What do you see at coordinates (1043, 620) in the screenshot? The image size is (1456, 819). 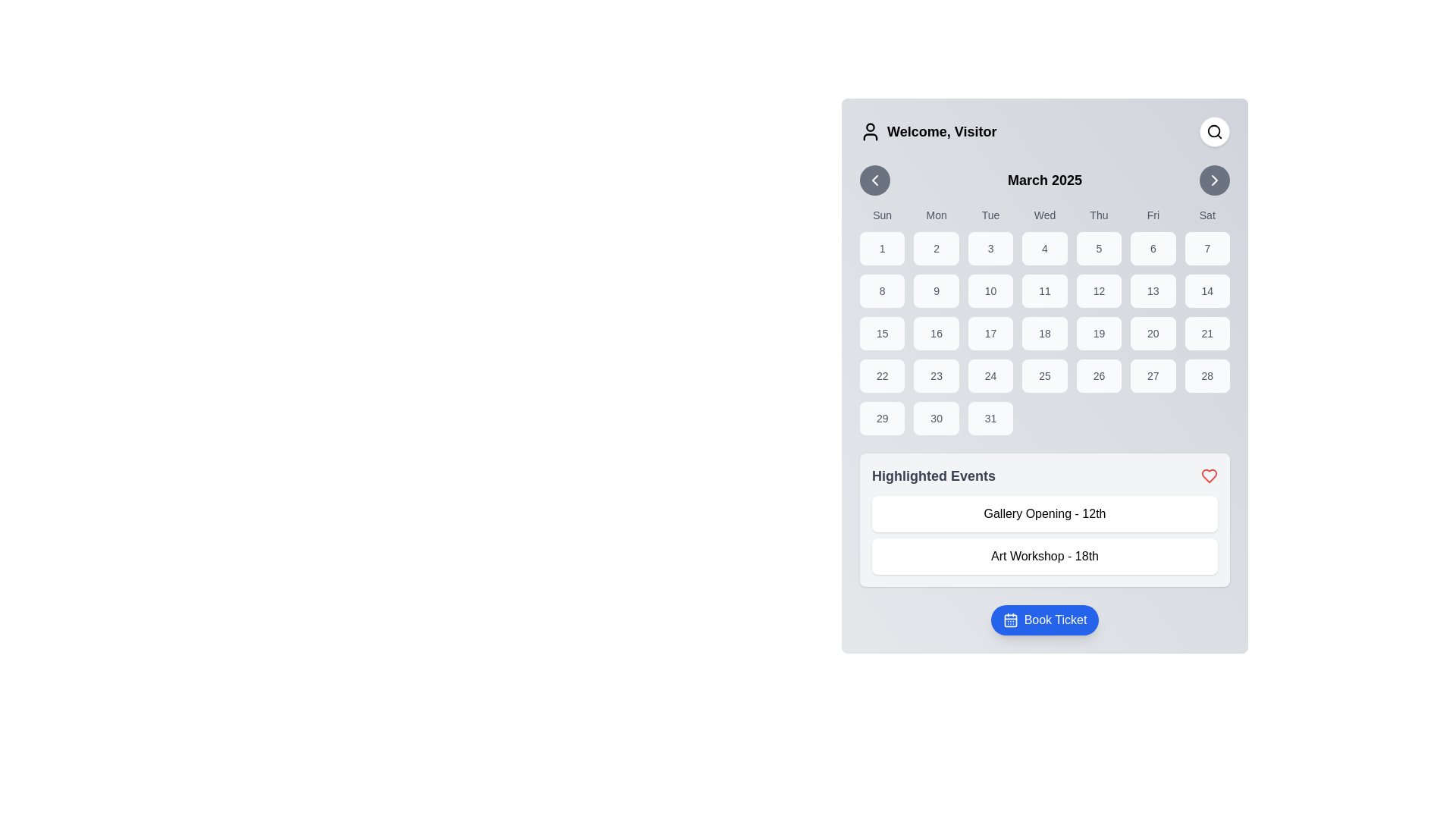 I see `the booking button located at the bottom of the panel, centered horizontally below the 'Highlighted Events' section` at bounding box center [1043, 620].